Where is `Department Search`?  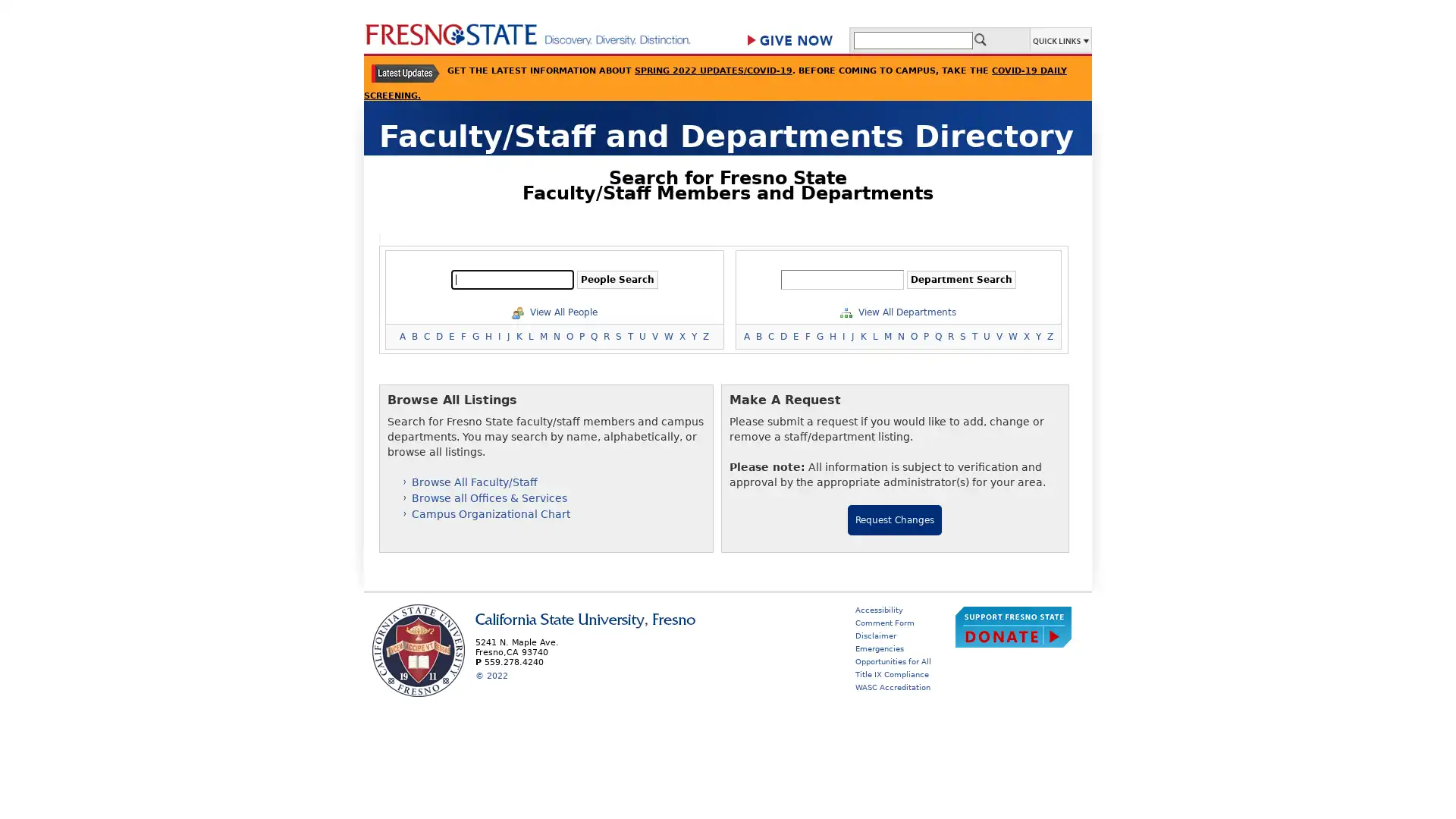 Department Search is located at coordinates (960, 280).